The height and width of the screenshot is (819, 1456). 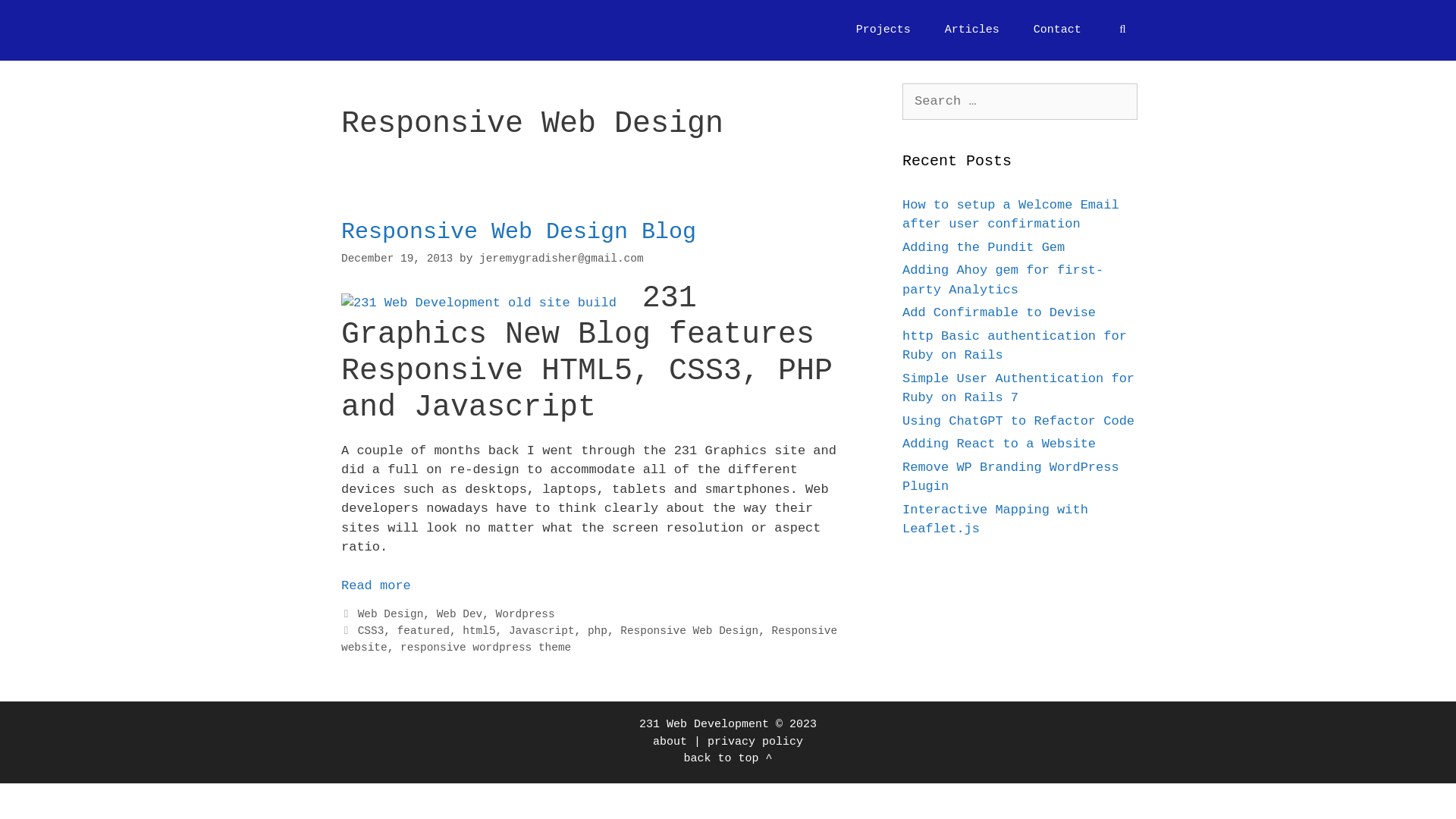 I want to click on 'Javascript', so click(x=541, y=631).